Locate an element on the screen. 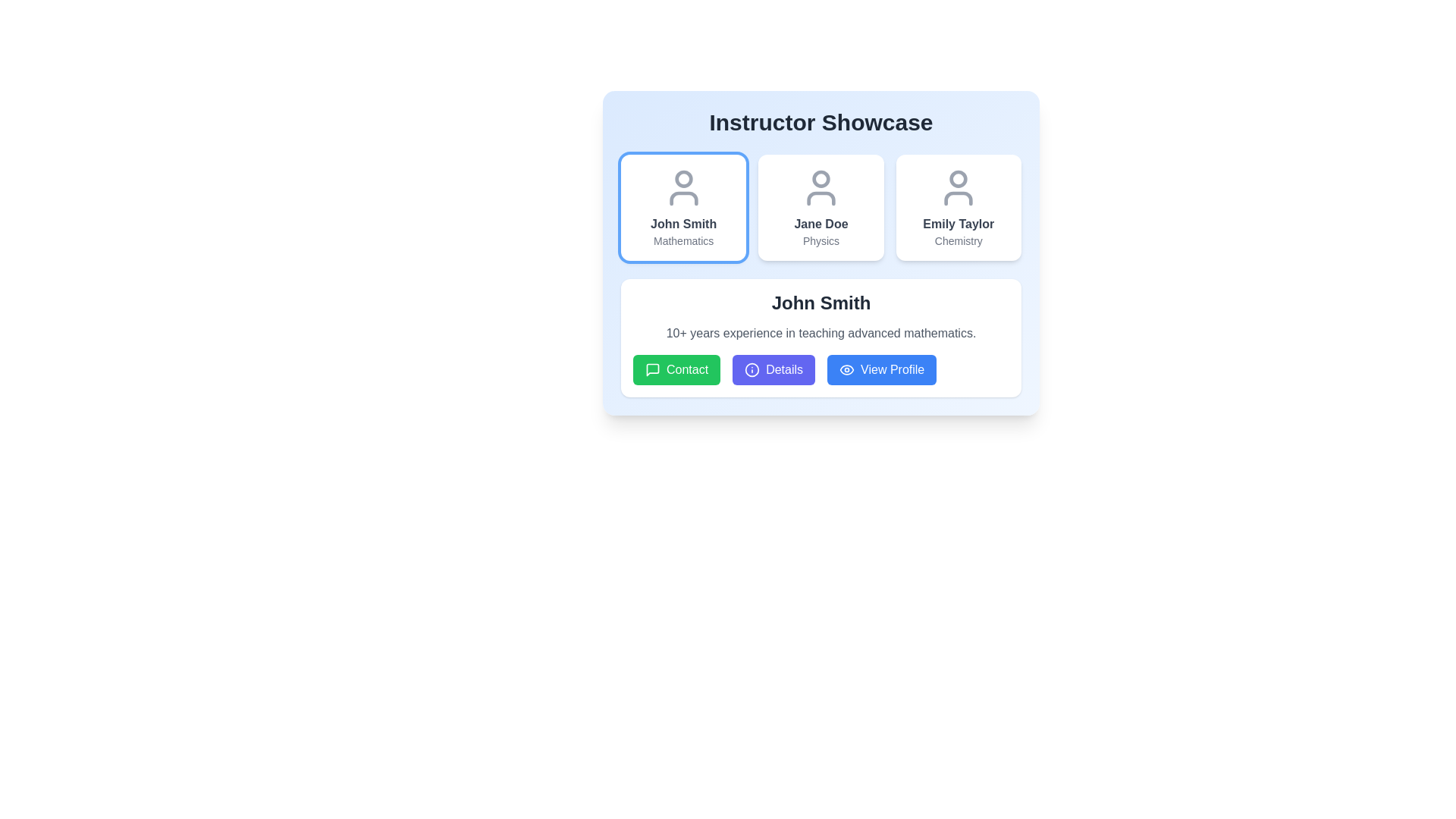 The height and width of the screenshot is (819, 1456). the profile card for Emily Taylor, which is the third card in the grid layout is located at coordinates (957, 207).